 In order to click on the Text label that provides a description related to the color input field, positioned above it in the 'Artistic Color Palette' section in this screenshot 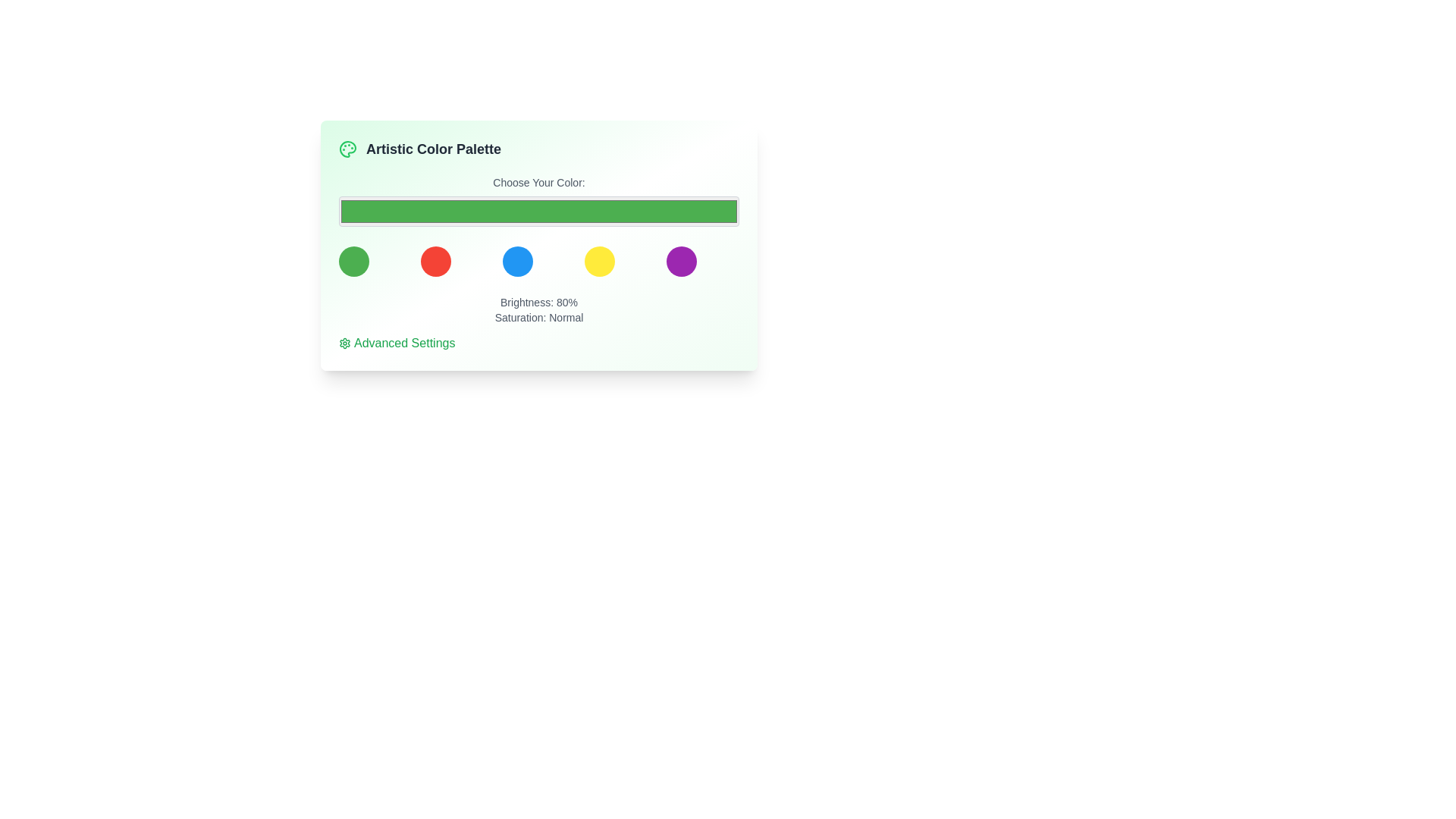, I will do `click(538, 181)`.